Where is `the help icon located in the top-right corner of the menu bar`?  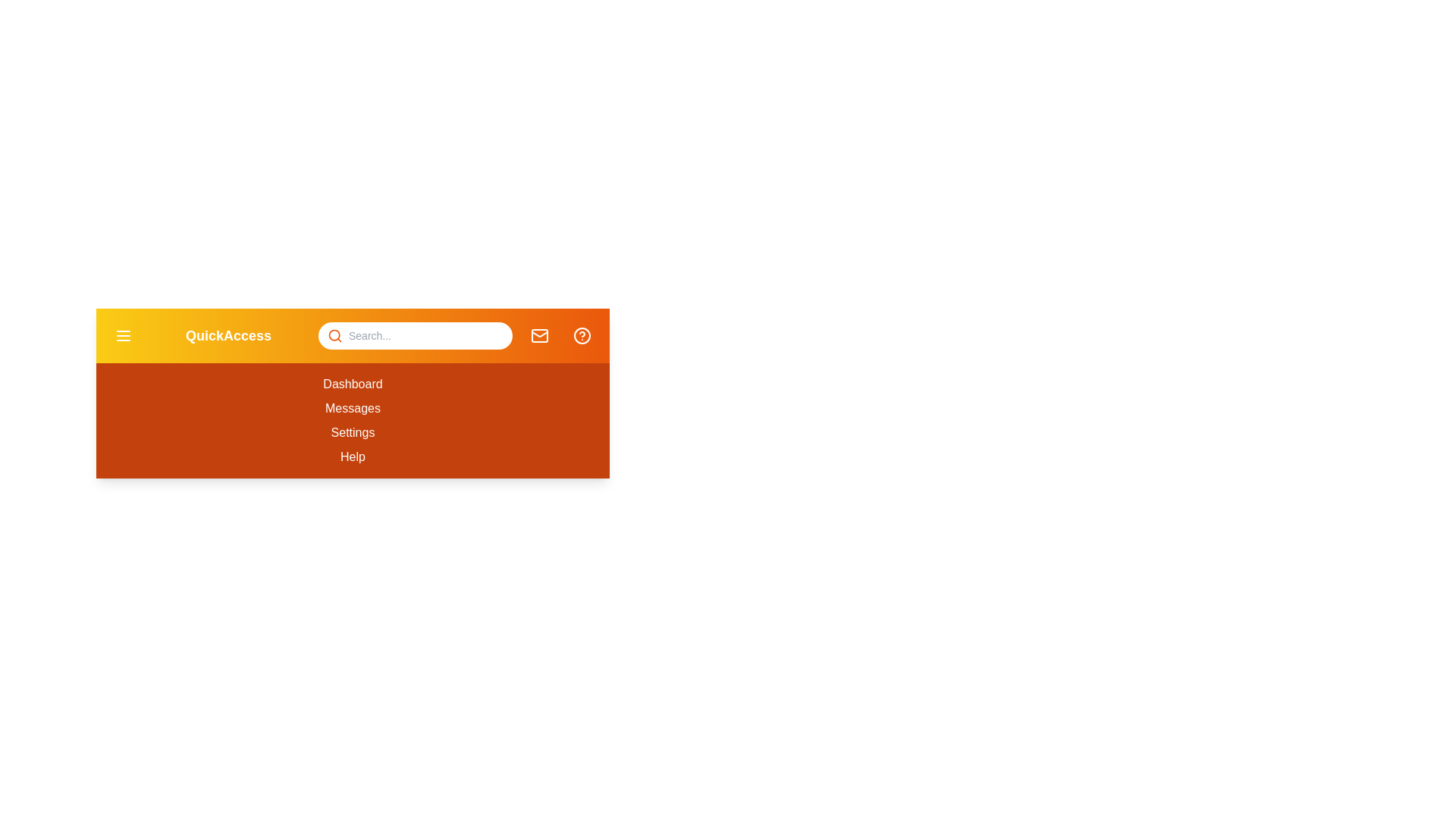
the help icon located in the top-right corner of the menu bar is located at coordinates (582, 335).